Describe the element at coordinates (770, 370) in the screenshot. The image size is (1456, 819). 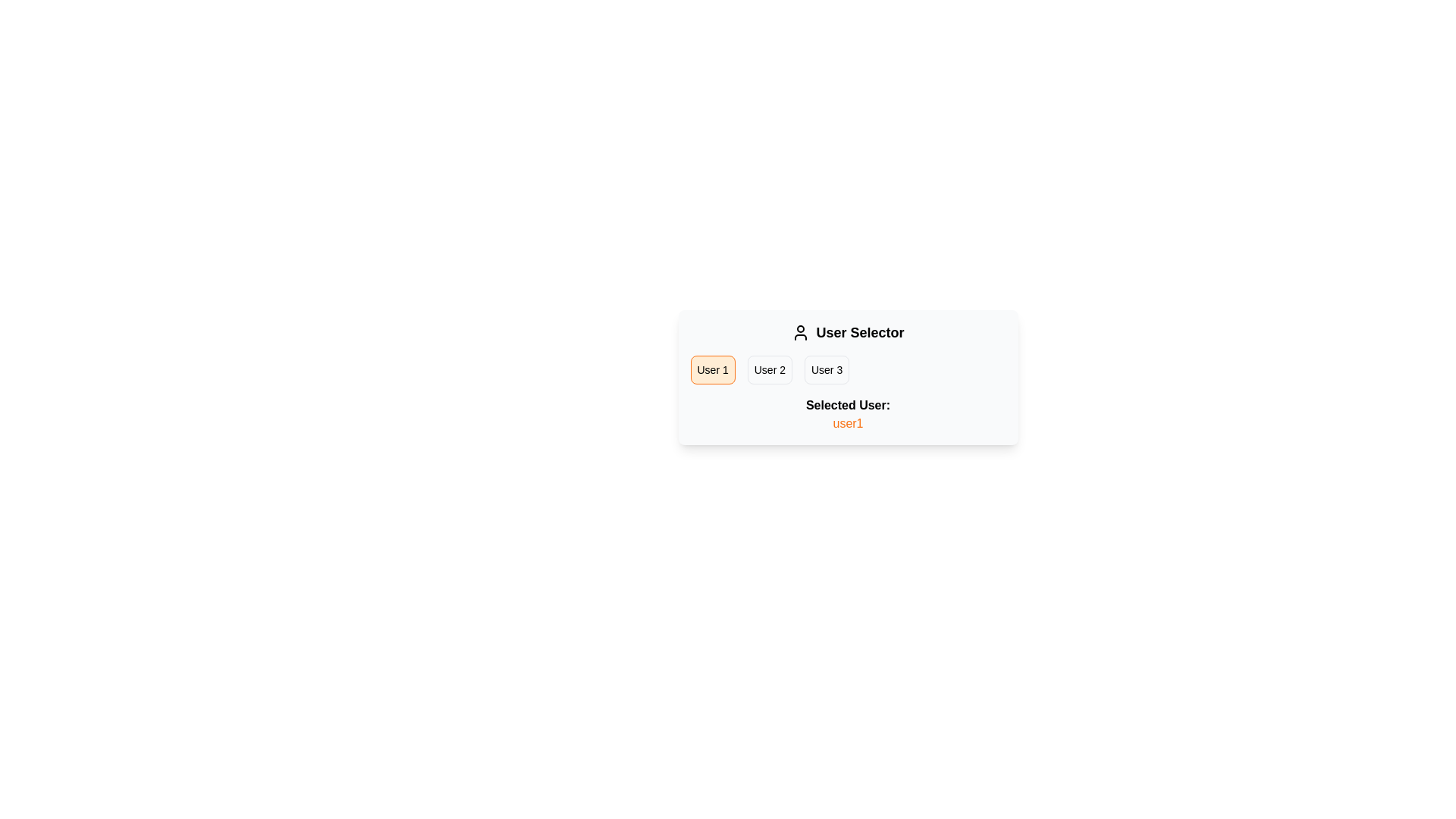
I see `the 'User 2' button, which is a rounded rectangle with a light gray border and a white background, positioned under the 'User Selector' label` at that location.